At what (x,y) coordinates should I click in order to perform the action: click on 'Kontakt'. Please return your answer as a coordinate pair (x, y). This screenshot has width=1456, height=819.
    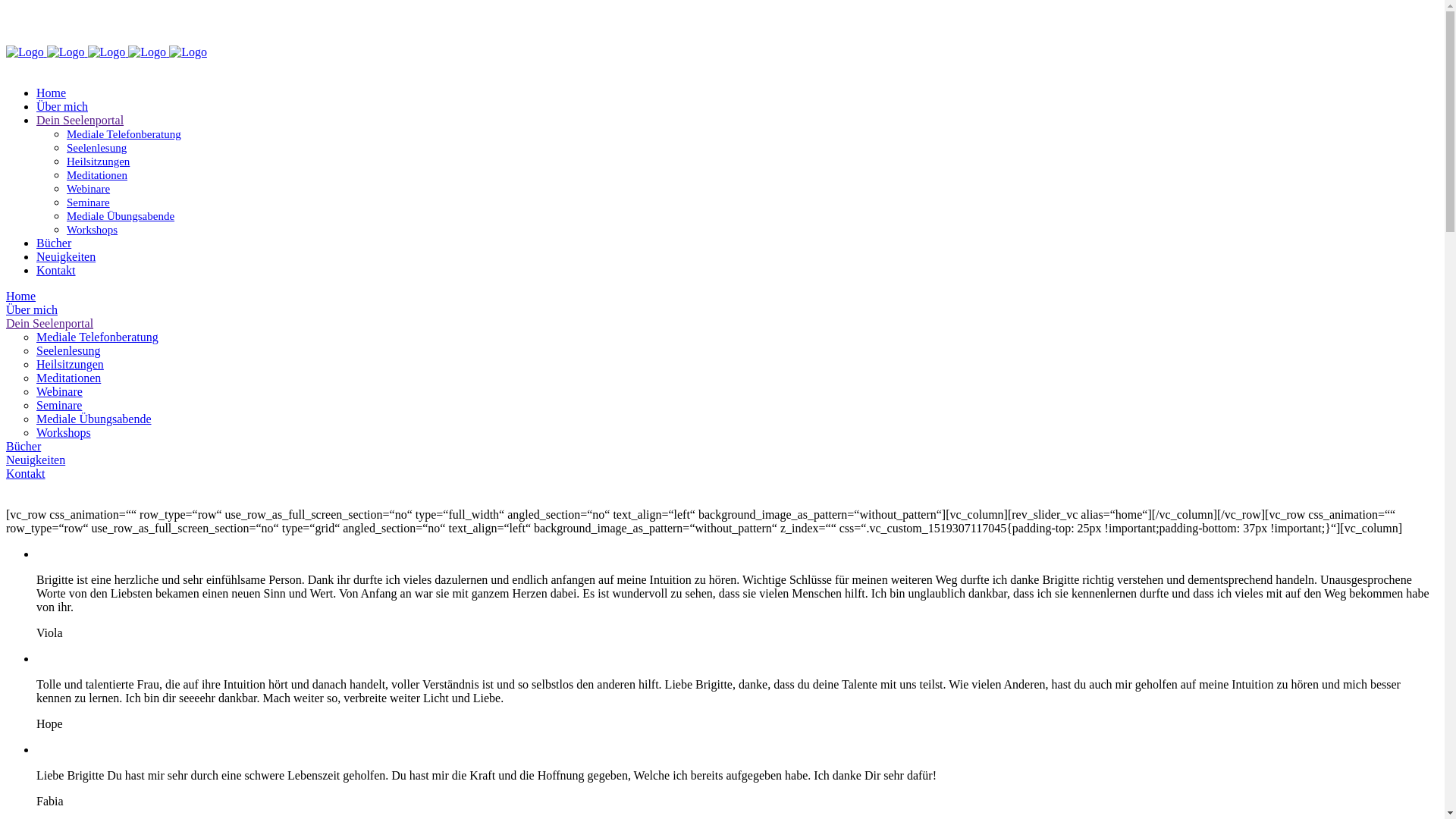
    Looking at the image, I should click on (55, 269).